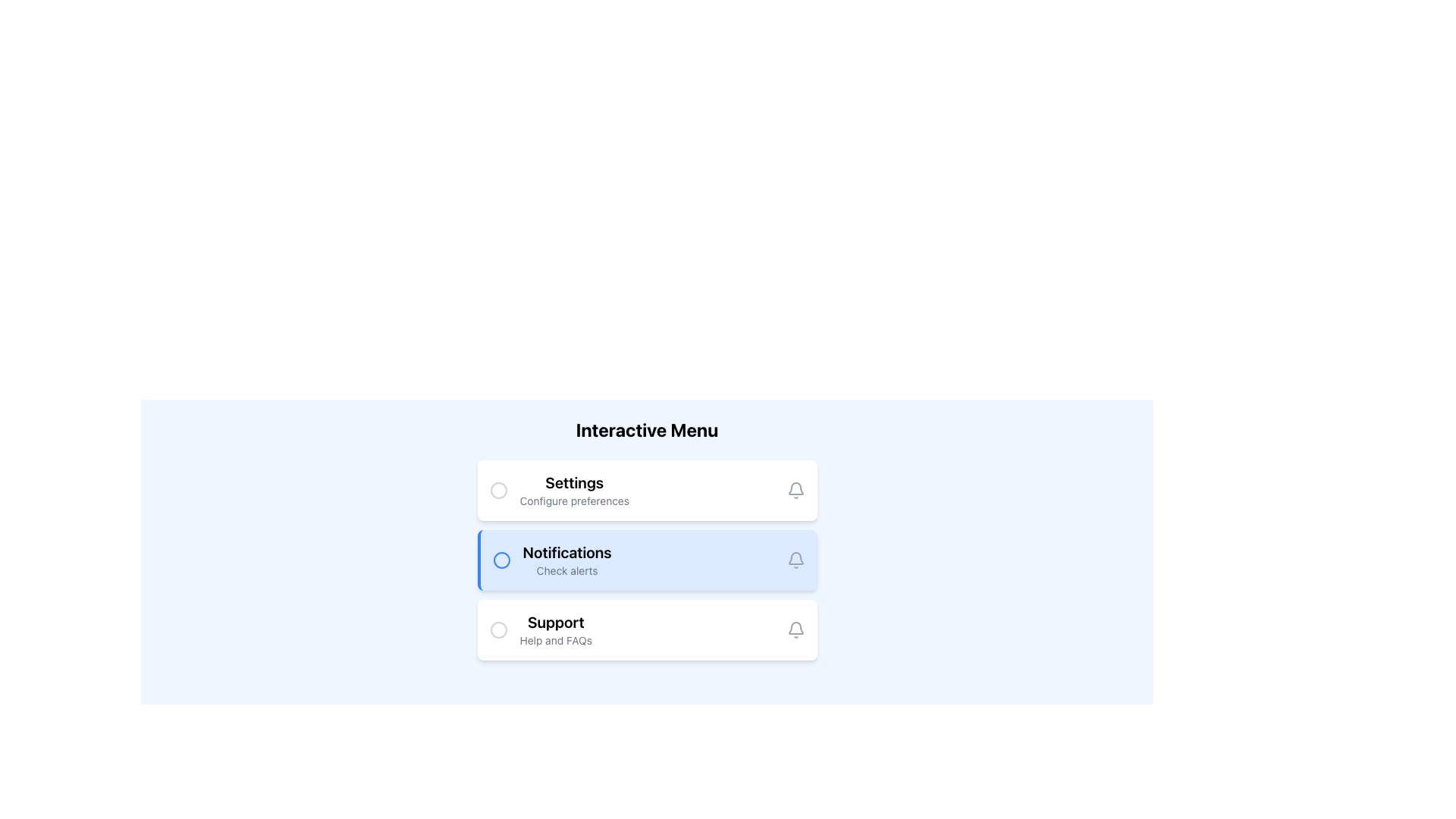  What do you see at coordinates (573, 491) in the screenshot?
I see `the 'Settings' menu item located in the vertical menu layout to navigate to the settings page` at bounding box center [573, 491].